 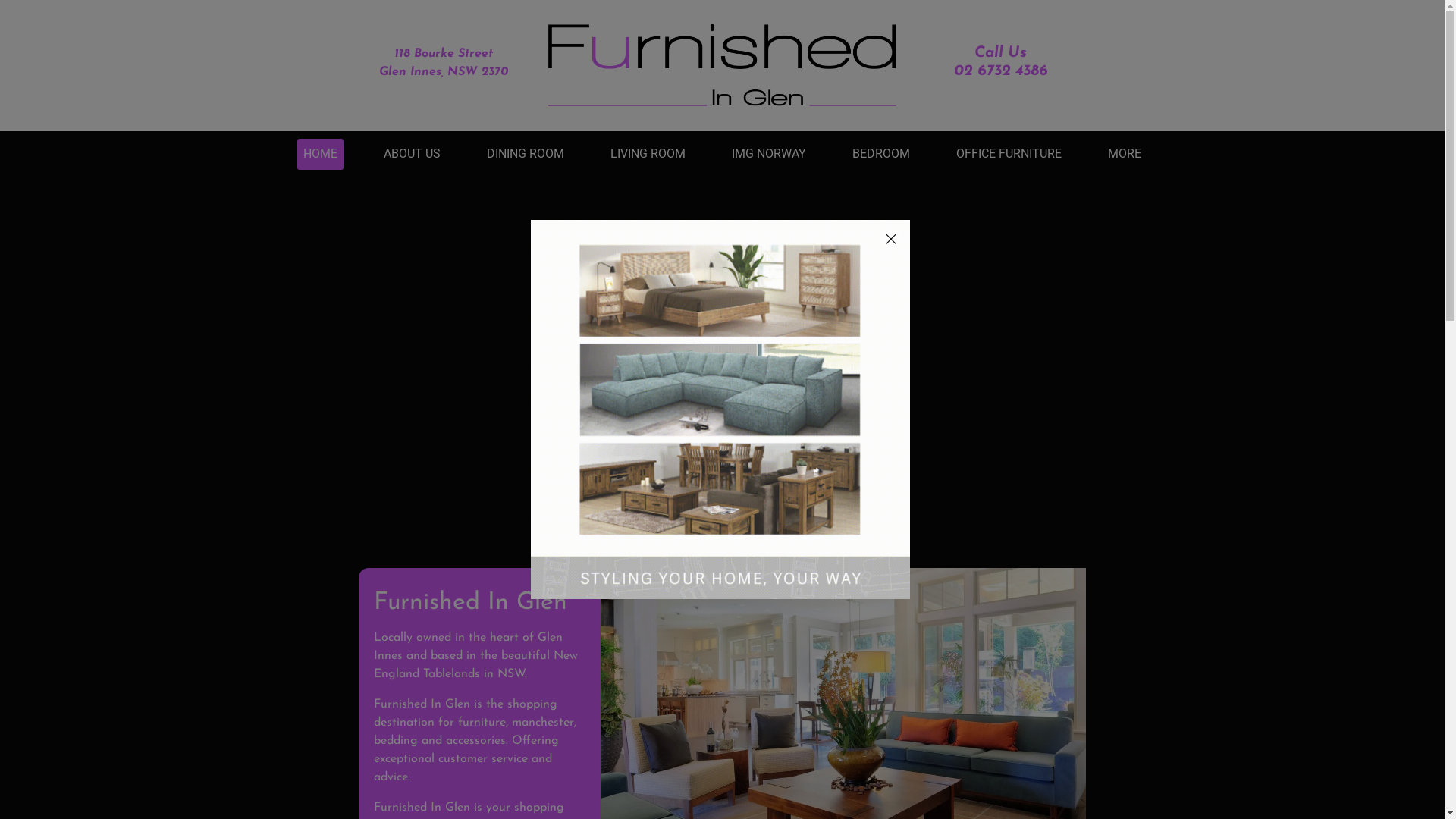 What do you see at coordinates (487, 154) in the screenshot?
I see `'DINING ROOM'` at bounding box center [487, 154].